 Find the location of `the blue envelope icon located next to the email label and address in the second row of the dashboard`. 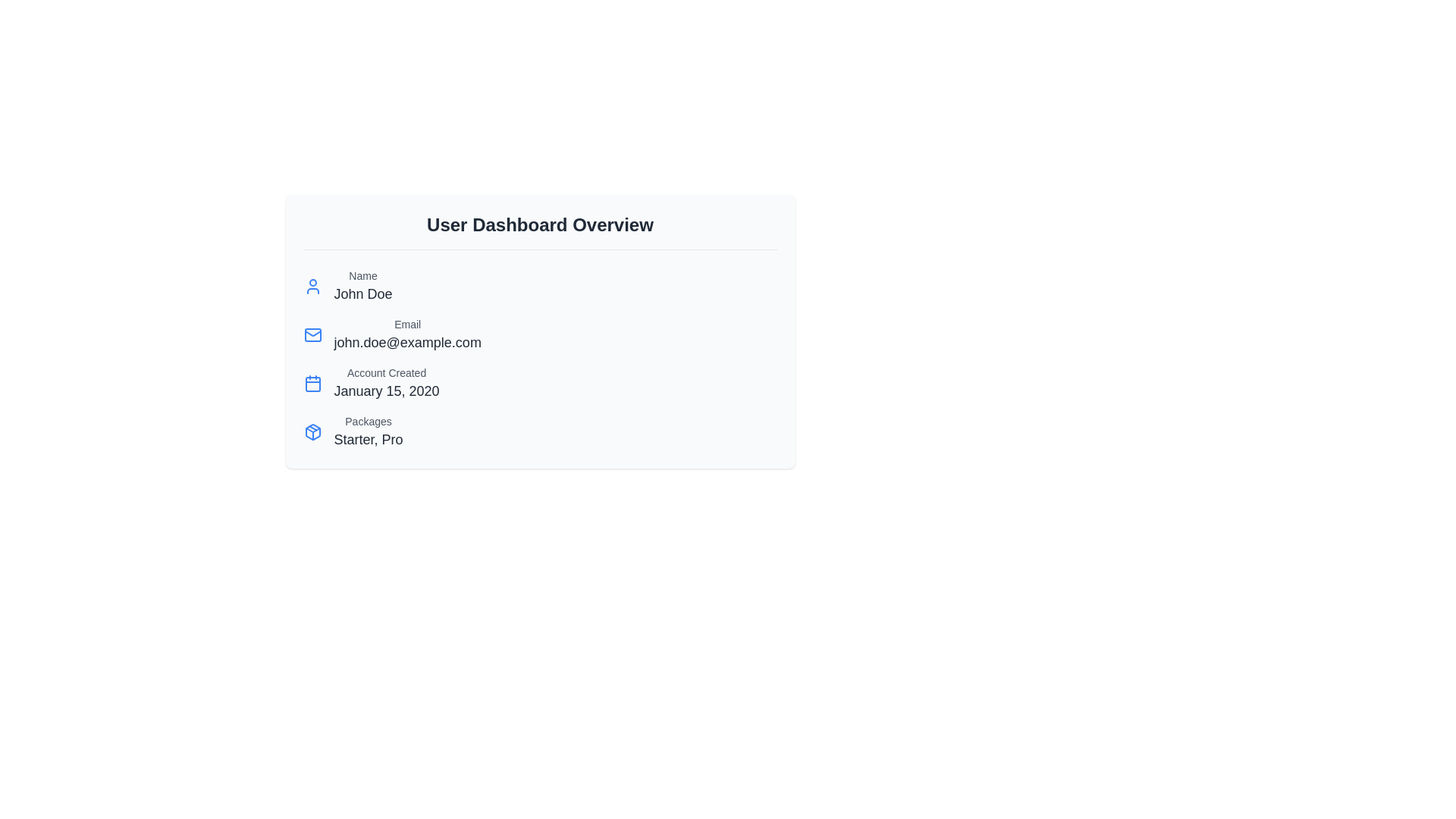

the blue envelope icon located next to the email label and address in the second row of the dashboard is located at coordinates (312, 334).